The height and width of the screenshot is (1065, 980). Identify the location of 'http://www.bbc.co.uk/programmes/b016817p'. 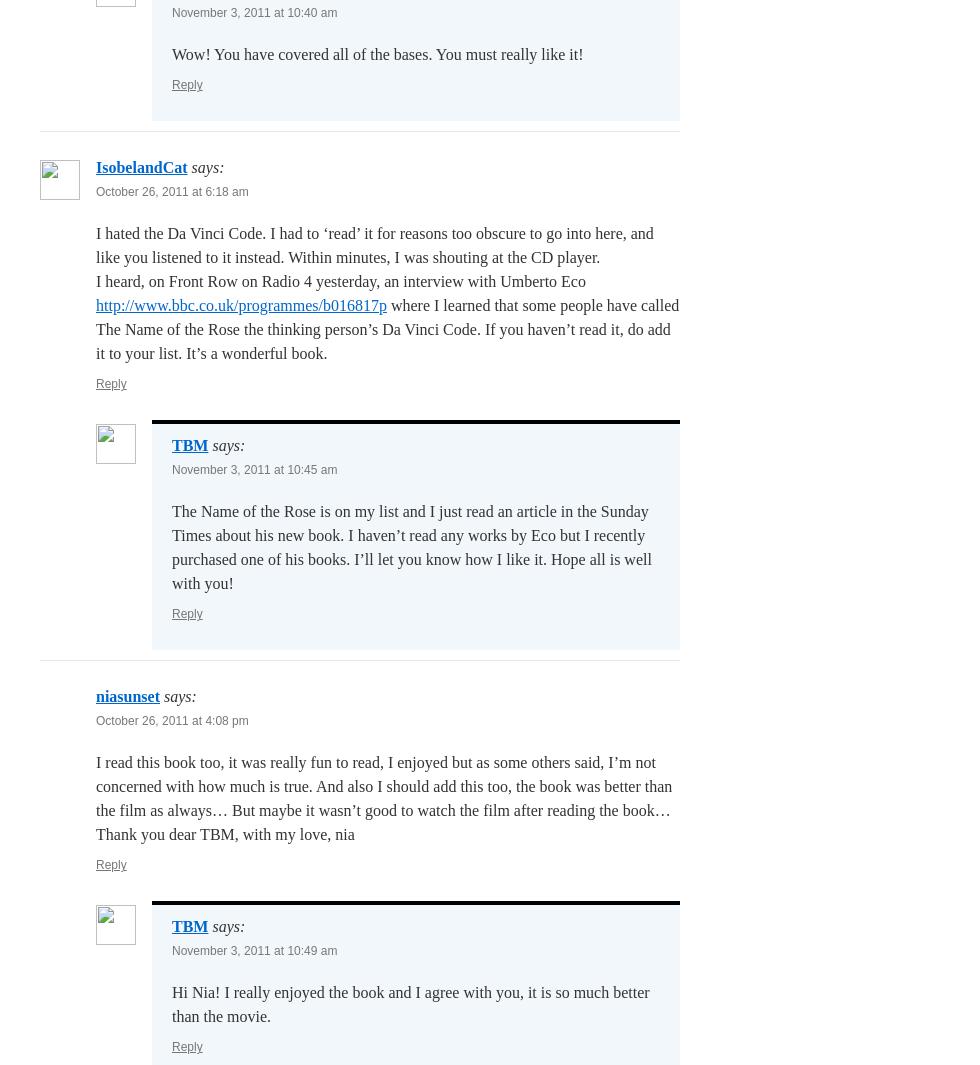
(240, 304).